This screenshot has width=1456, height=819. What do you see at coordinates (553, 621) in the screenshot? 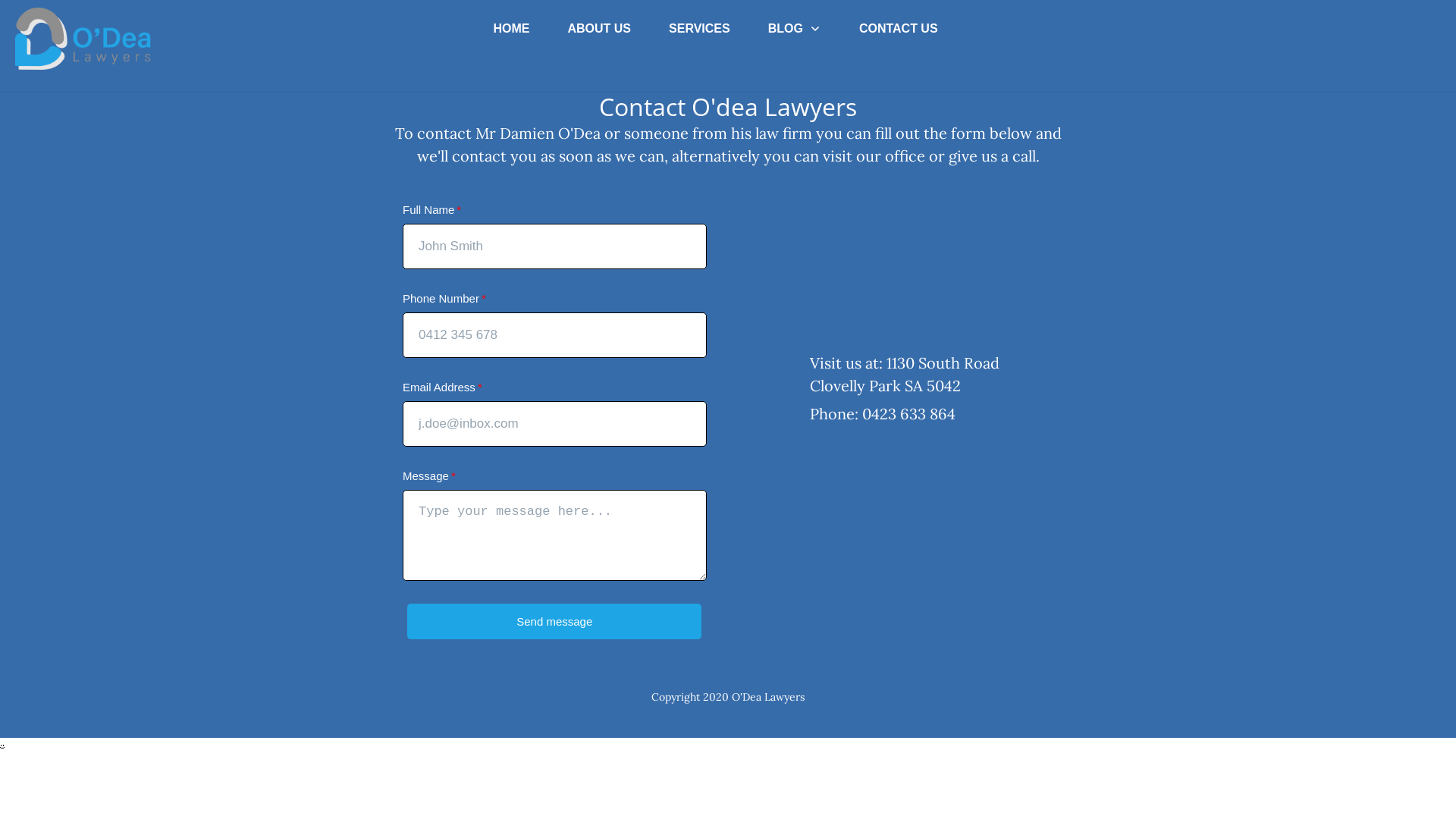
I see `'Send message'` at bounding box center [553, 621].